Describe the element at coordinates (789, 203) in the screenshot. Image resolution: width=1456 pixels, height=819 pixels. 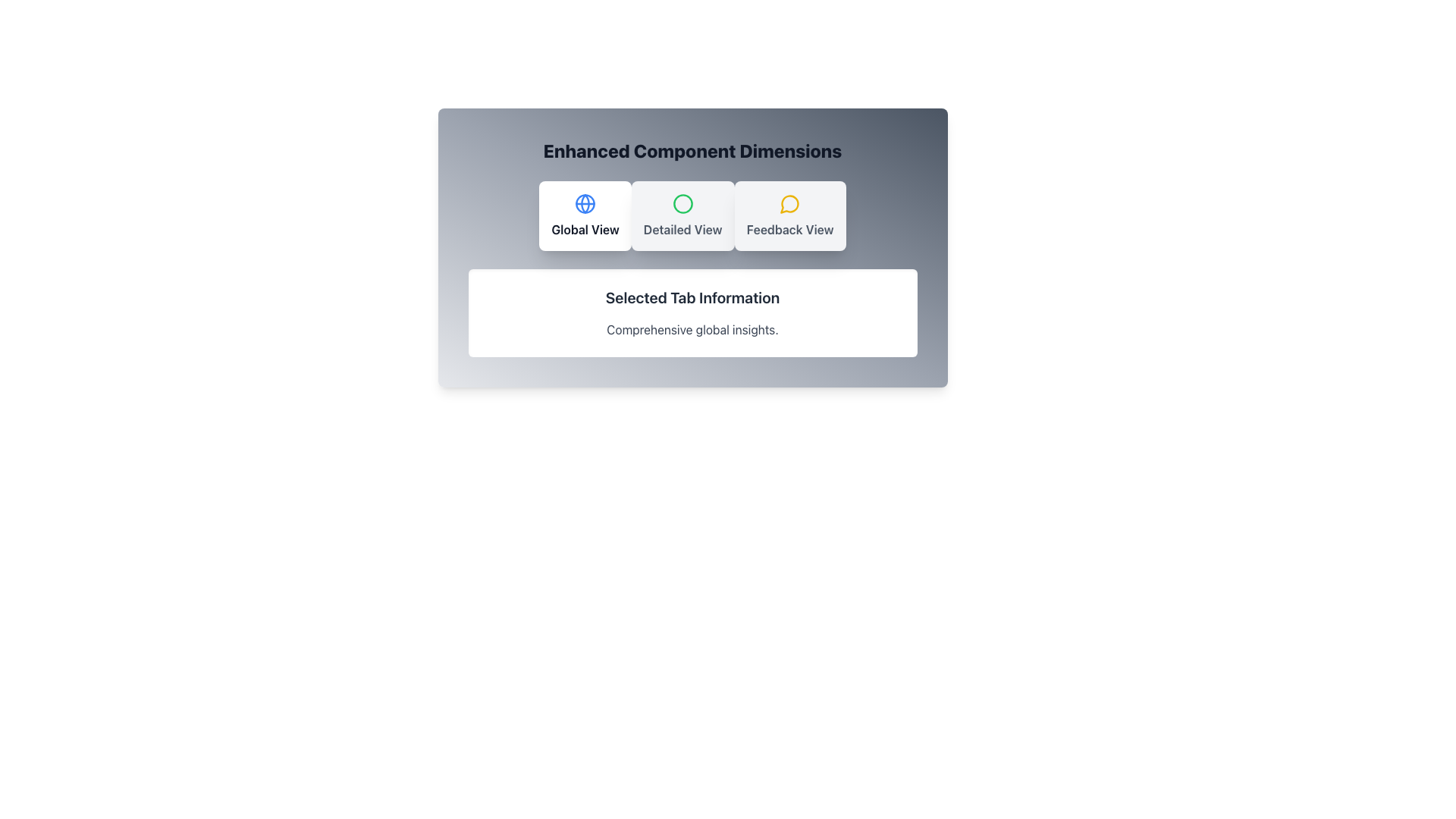
I see `the speech bubble icon located in the 'Feedback View' tab, which is represented as a circular shape with a distinctive curve` at that location.